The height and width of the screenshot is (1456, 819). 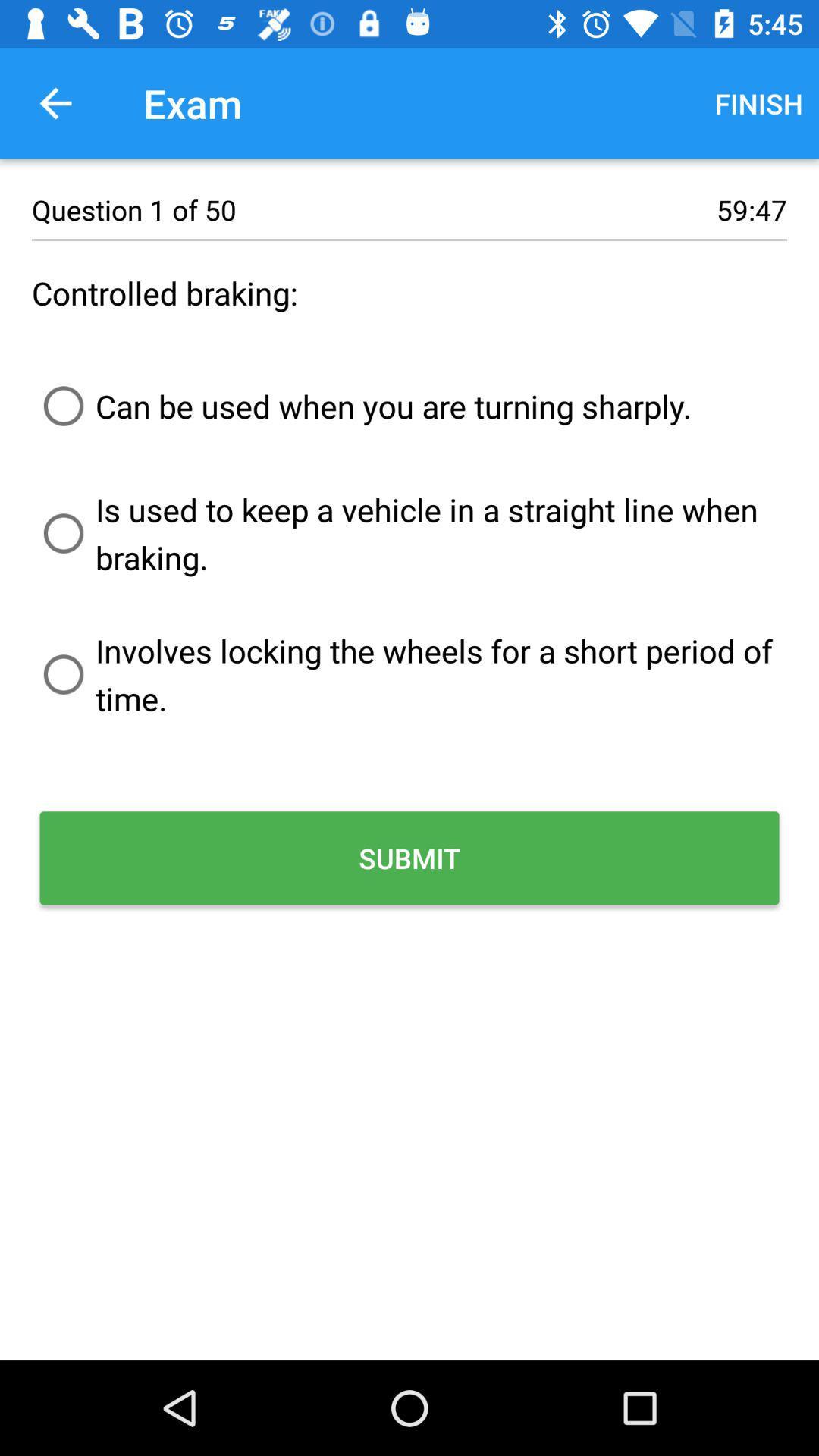 What do you see at coordinates (409, 673) in the screenshot?
I see `icon above submit` at bounding box center [409, 673].